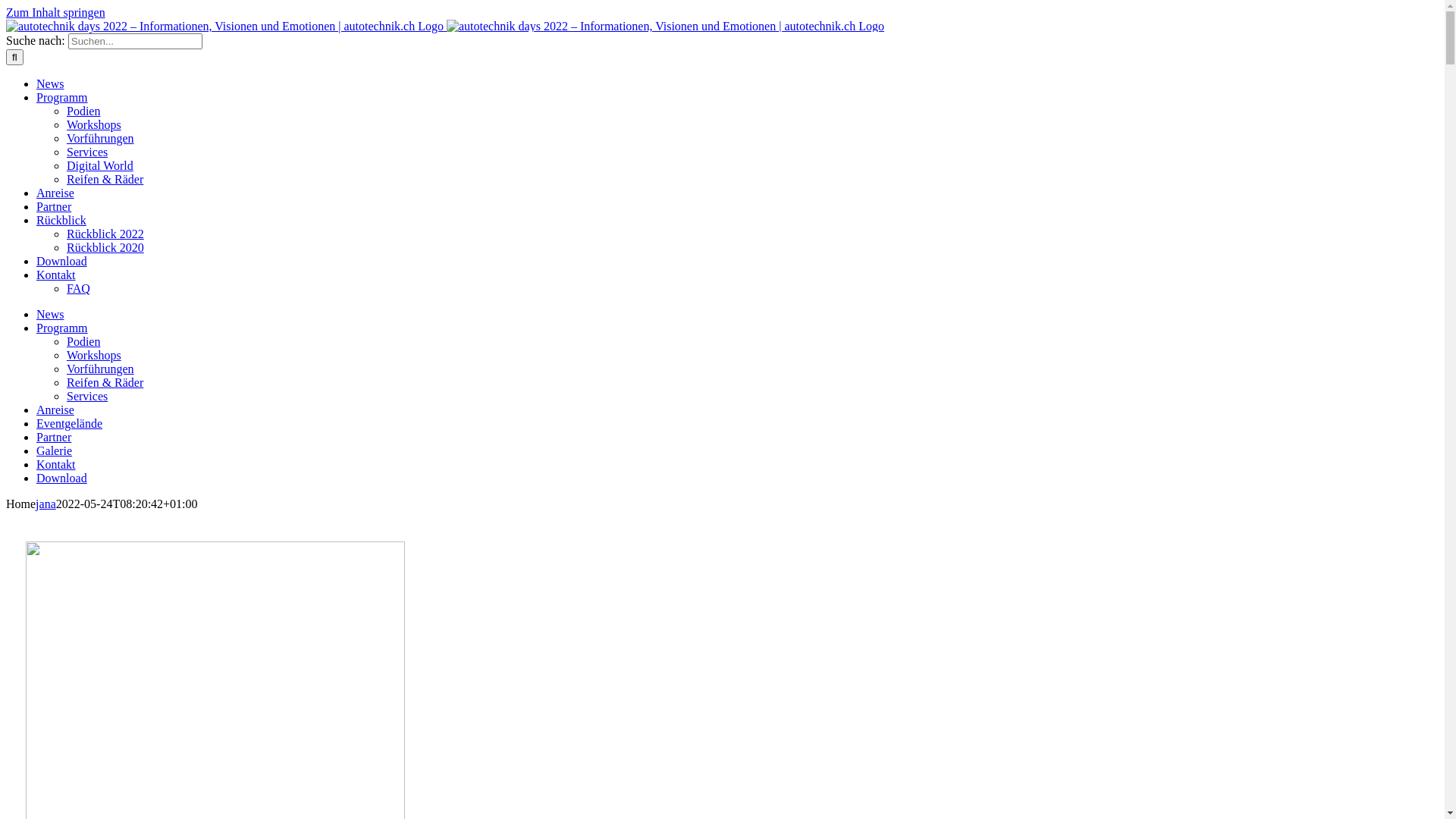 This screenshot has height=819, width=1456. Describe the element at coordinates (65, 110) in the screenshot. I see `'Podien'` at that location.